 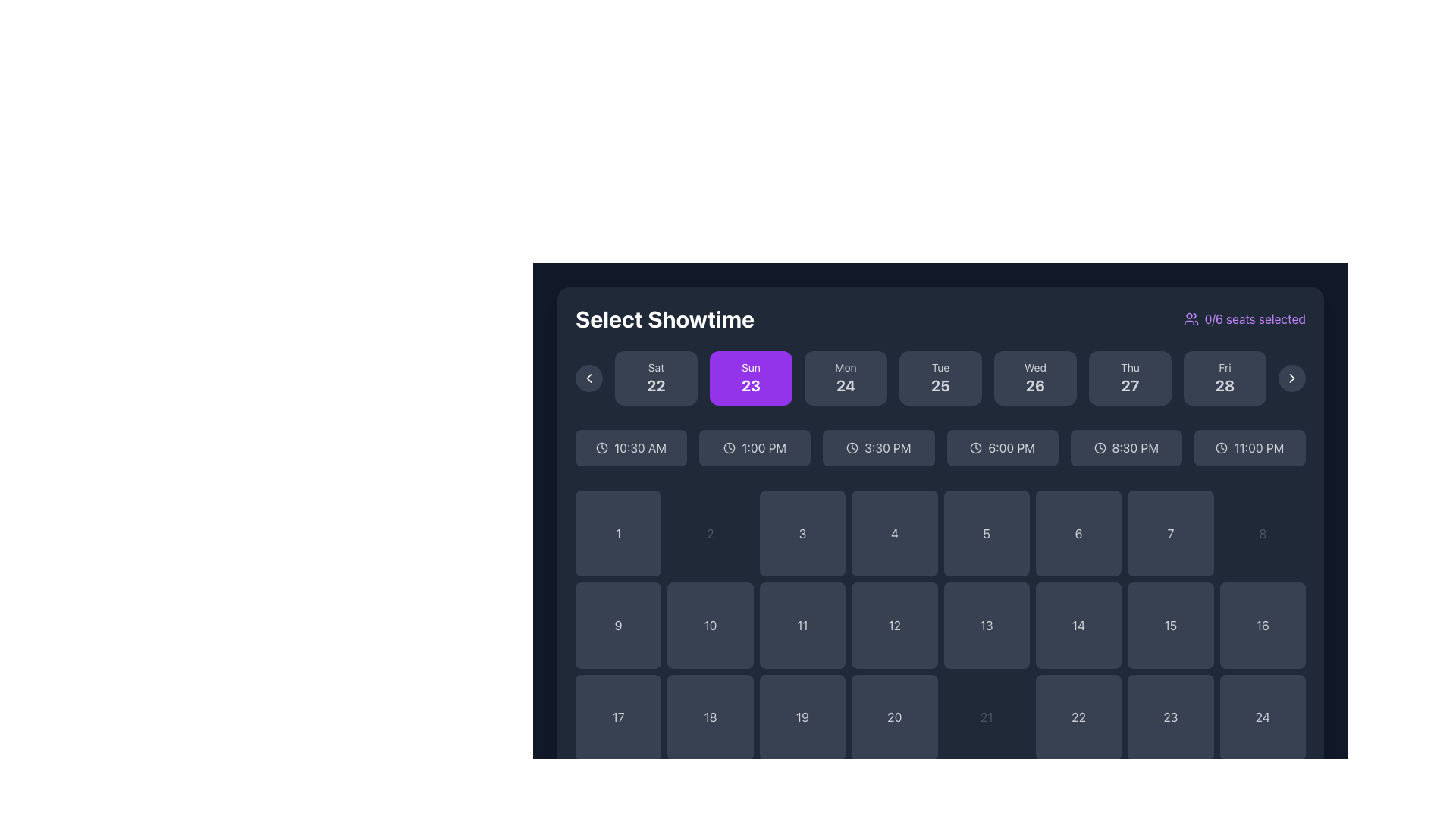 What do you see at coordinates (894, 626) in the screenshot?
I see `the selectable option representing the number '12' in the second row, fourth column of the grid layout` at bounding box center [894, 626].